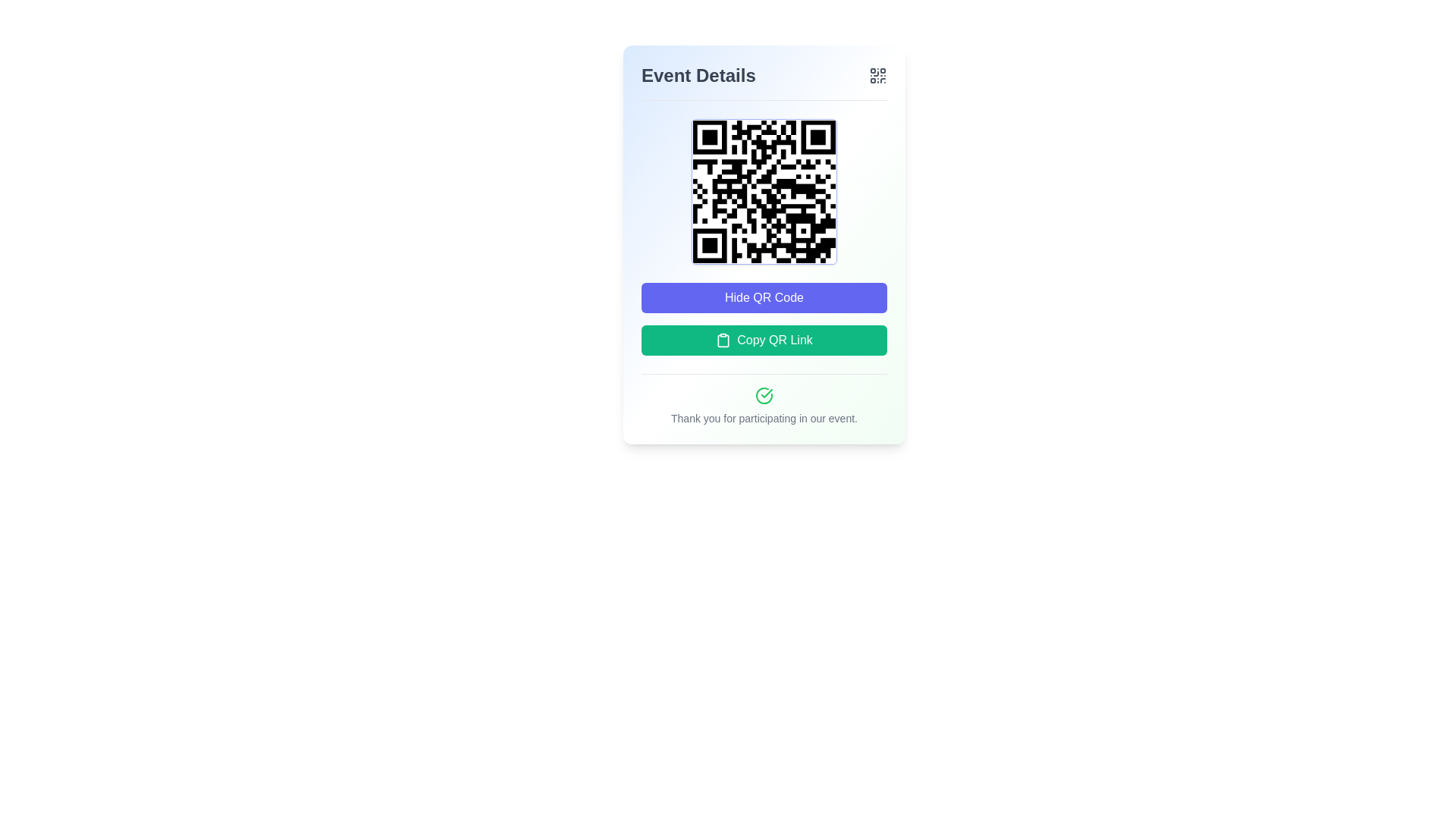  I want to click on the green circular icon with a checkmark that is visually aligned centrally above the text 'Thank you for participating in our event.', so click(764, 394).